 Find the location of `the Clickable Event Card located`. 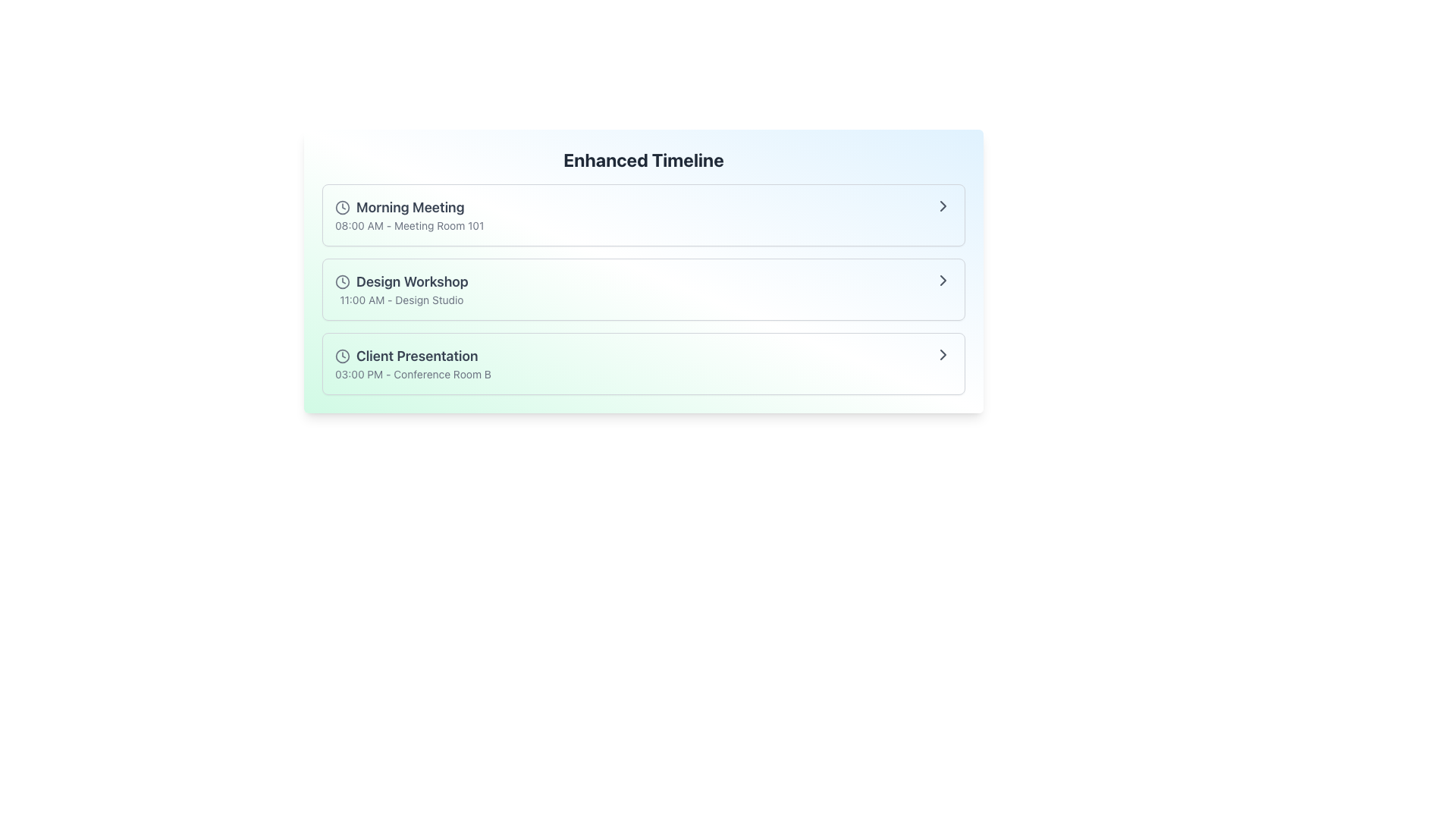

the Clickable Event Card located is located at coordinates (644, 289).